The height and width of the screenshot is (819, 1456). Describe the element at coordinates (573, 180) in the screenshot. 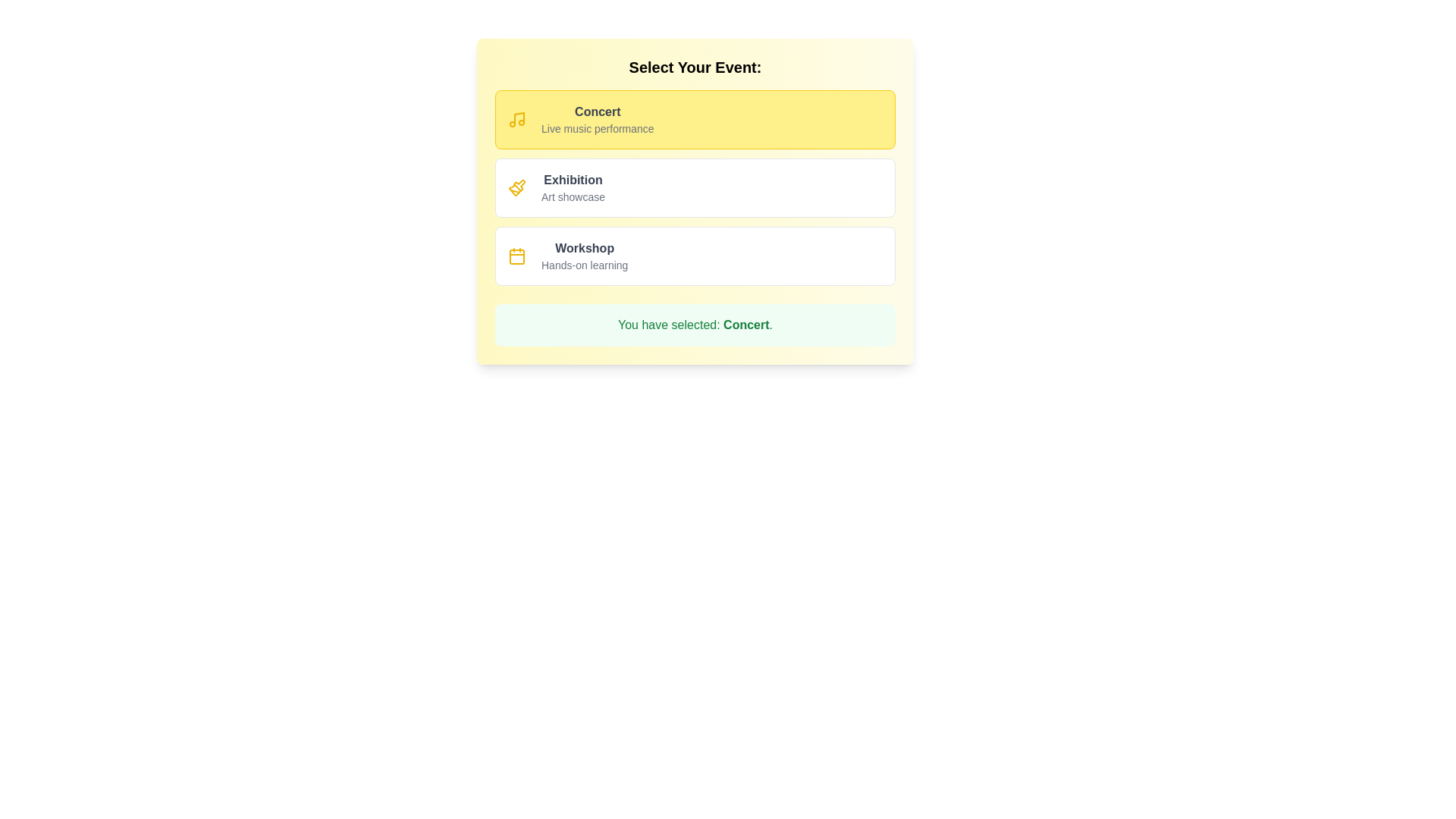

I see `bold-text label 'Exhibition' displayed in dark gray color on a light background, which is the first line of text in a menu-style interface section` at that location.